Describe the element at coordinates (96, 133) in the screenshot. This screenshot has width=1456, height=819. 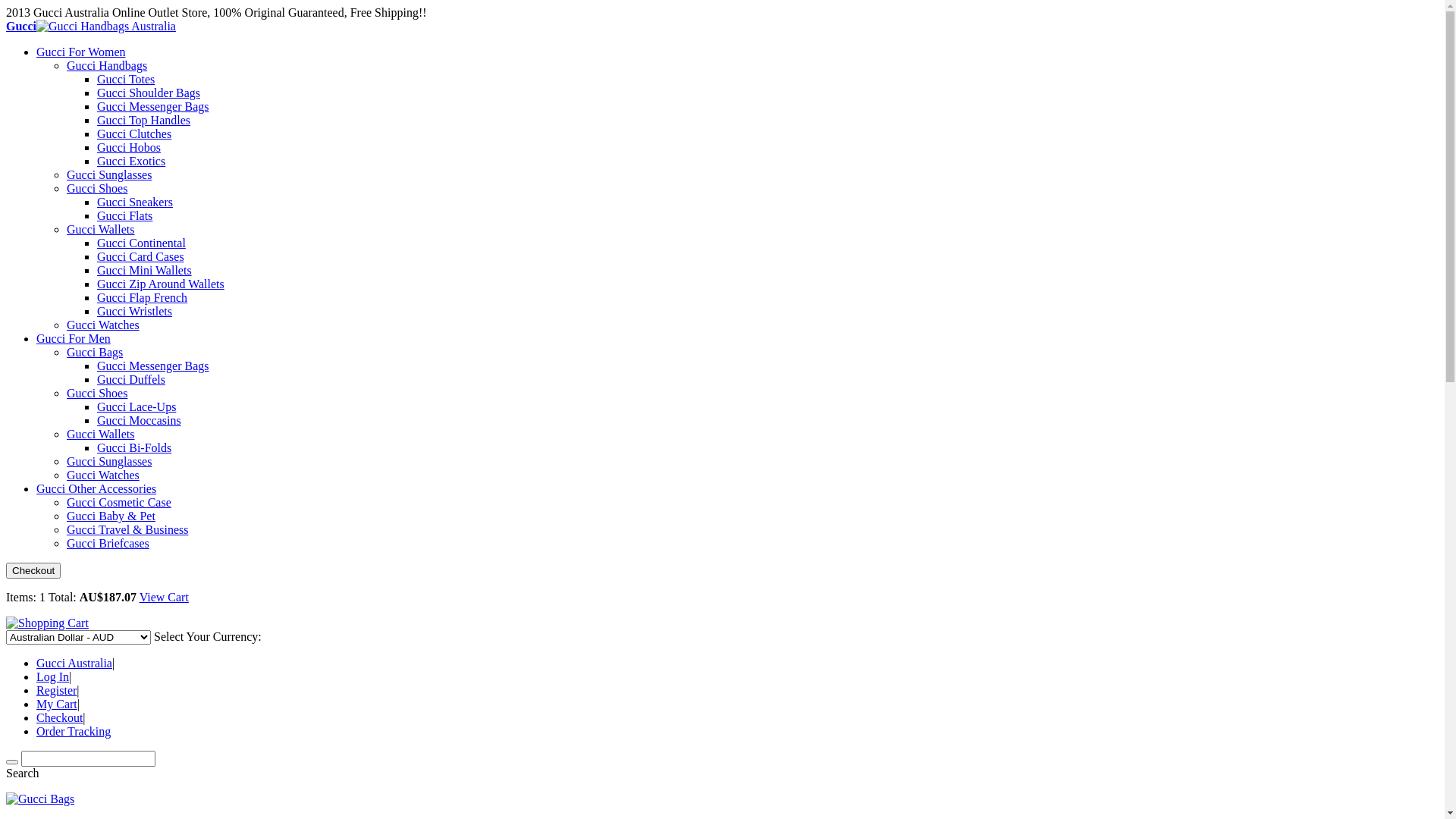
I see `'Gucci Clutches'` at that location.